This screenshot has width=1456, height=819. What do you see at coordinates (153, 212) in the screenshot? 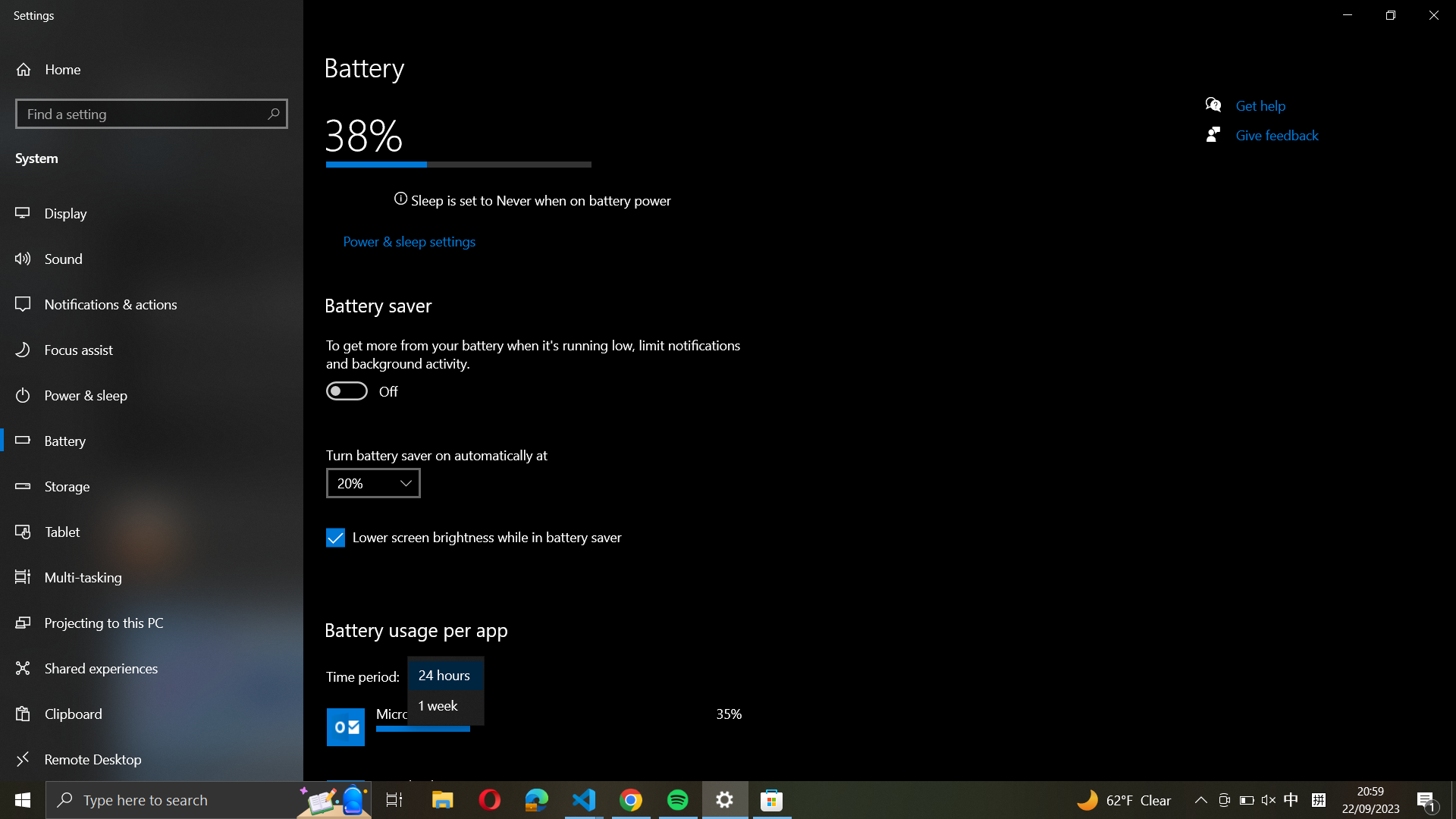
I see `the Display settings` at bounding box center [153, 212].